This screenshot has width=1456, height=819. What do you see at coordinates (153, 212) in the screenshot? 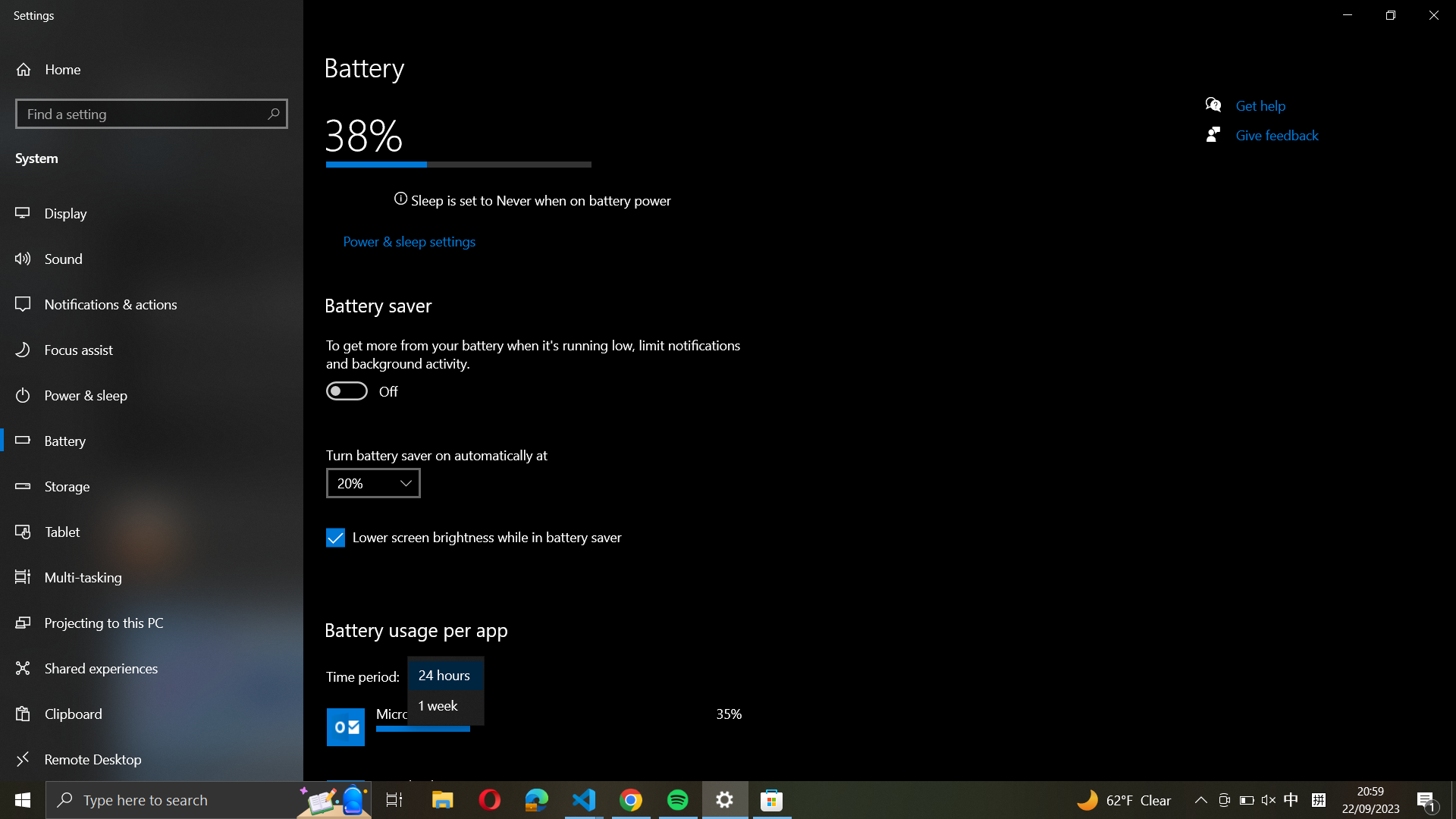
I see `the Display settings` at bounding box center [153, 212].